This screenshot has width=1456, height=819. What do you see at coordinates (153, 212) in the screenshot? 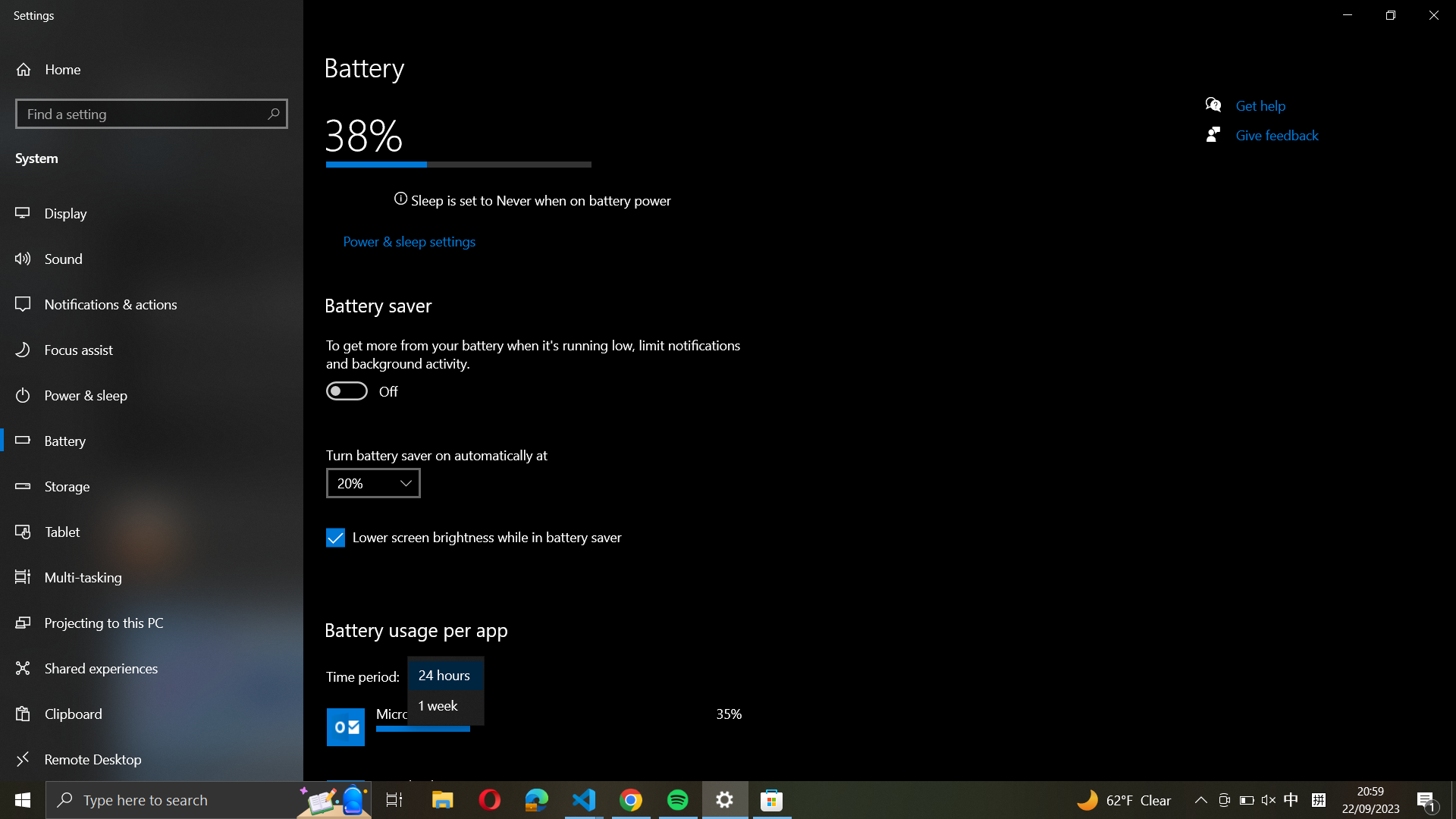
I see `the Display settings` at bounding box center [153, 212].